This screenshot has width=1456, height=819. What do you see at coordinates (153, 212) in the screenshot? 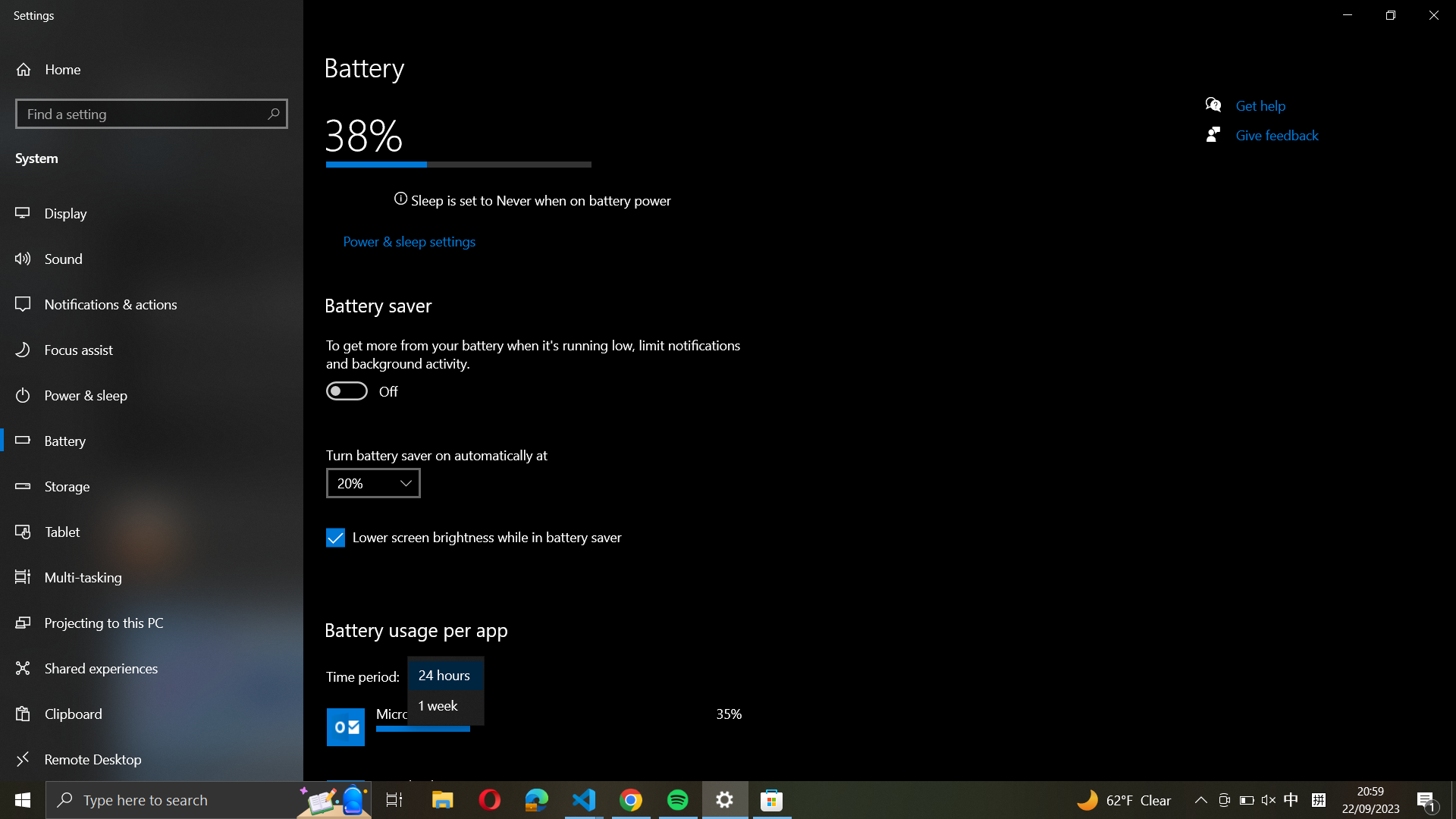
I see `the Display settings` at bounding box center [153, 212].